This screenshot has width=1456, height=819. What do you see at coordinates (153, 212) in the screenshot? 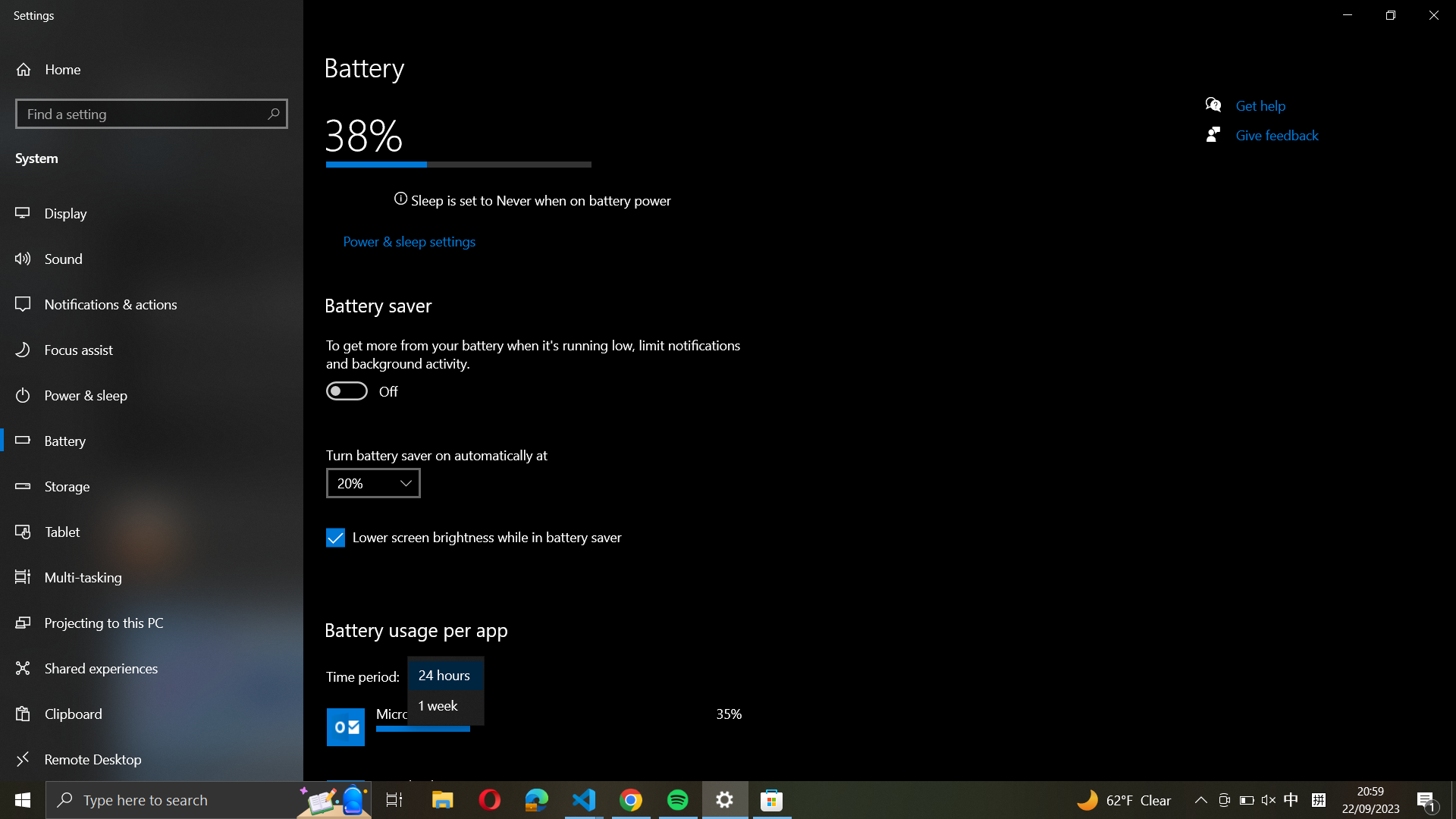
I see `the Display settings` at bounding box center [153, 212].